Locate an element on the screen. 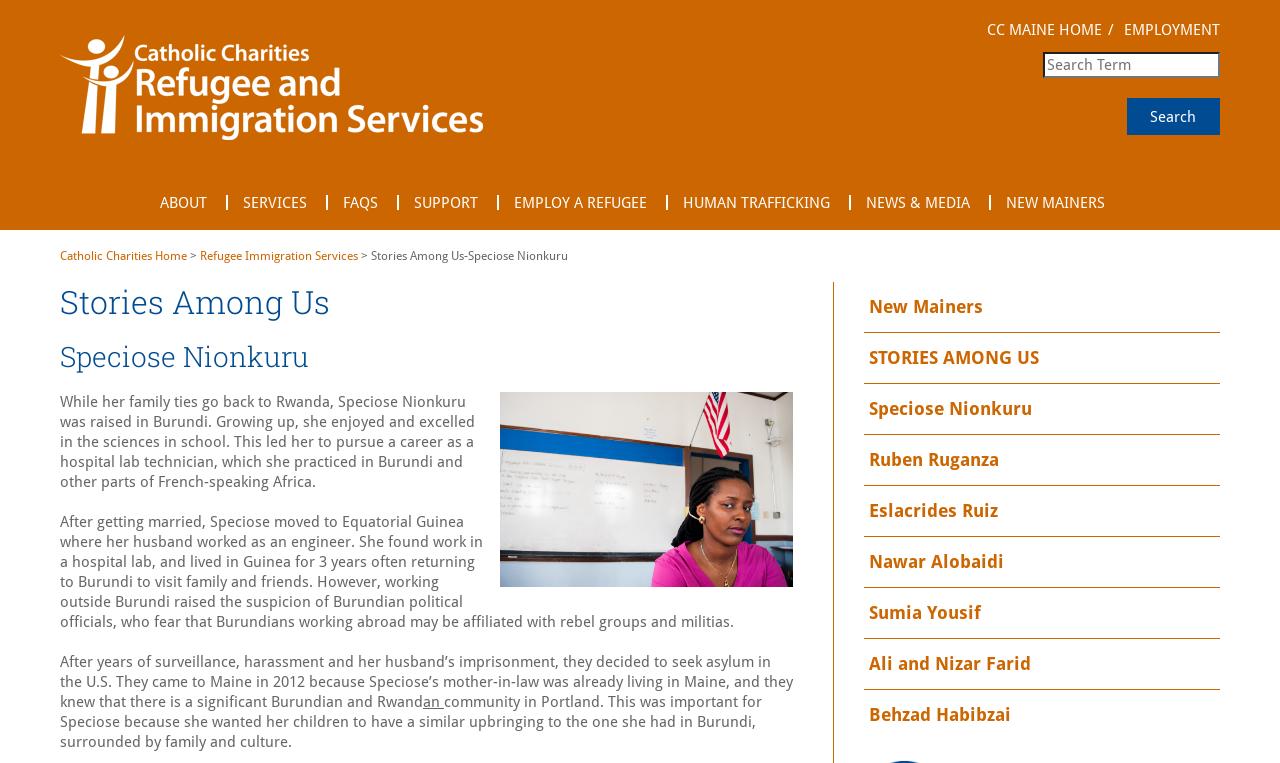 The width and height of the screenshot is (1280, 763). '> Stories Among Us-Speciose Nionkuru' is located at coordinates (461, 254).